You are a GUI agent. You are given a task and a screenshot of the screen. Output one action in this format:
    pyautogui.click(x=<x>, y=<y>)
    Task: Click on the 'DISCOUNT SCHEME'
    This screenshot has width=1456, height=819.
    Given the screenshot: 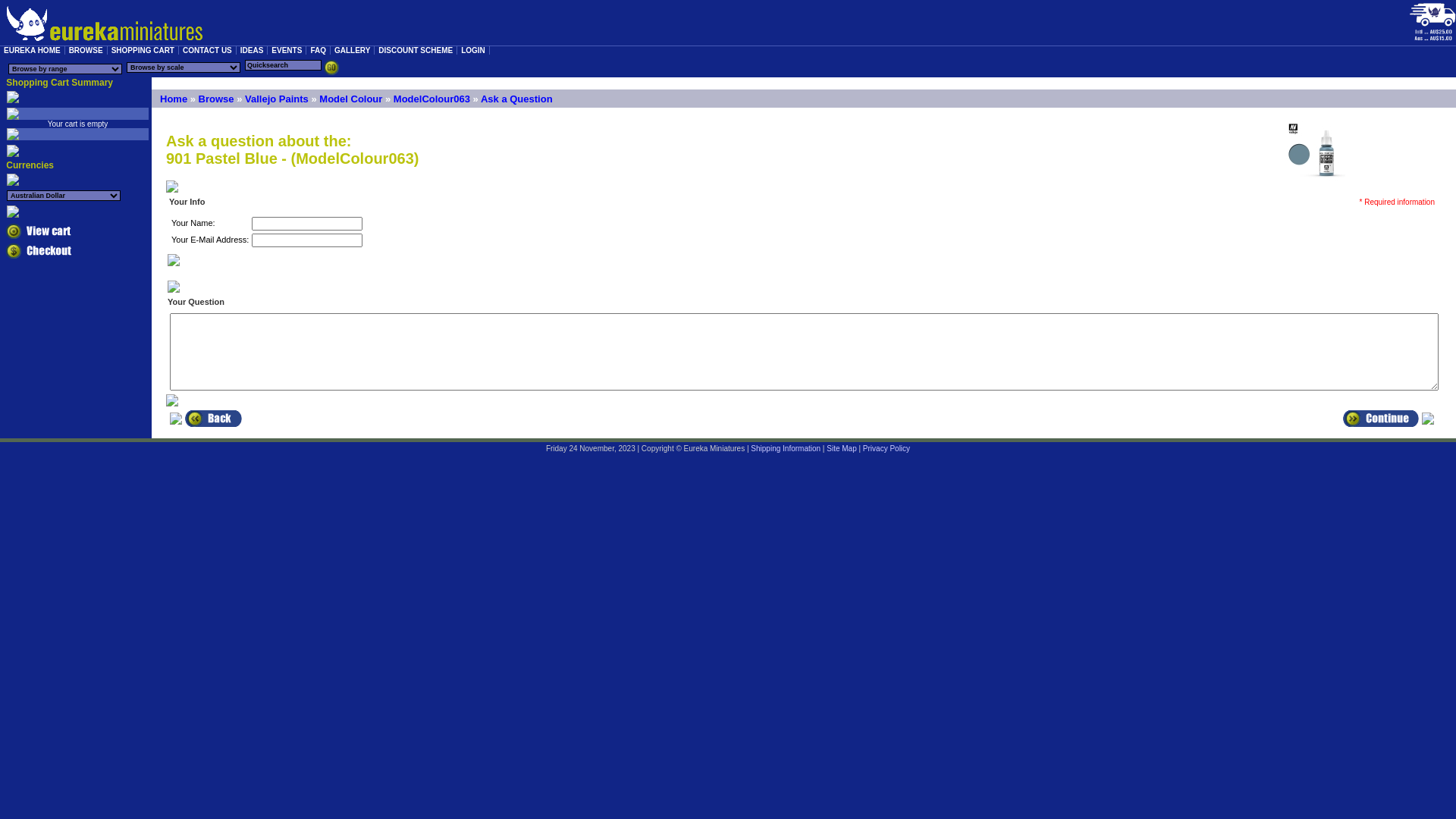 What is the action you would take?
    pyautogui.click(x=416, y=49)
    